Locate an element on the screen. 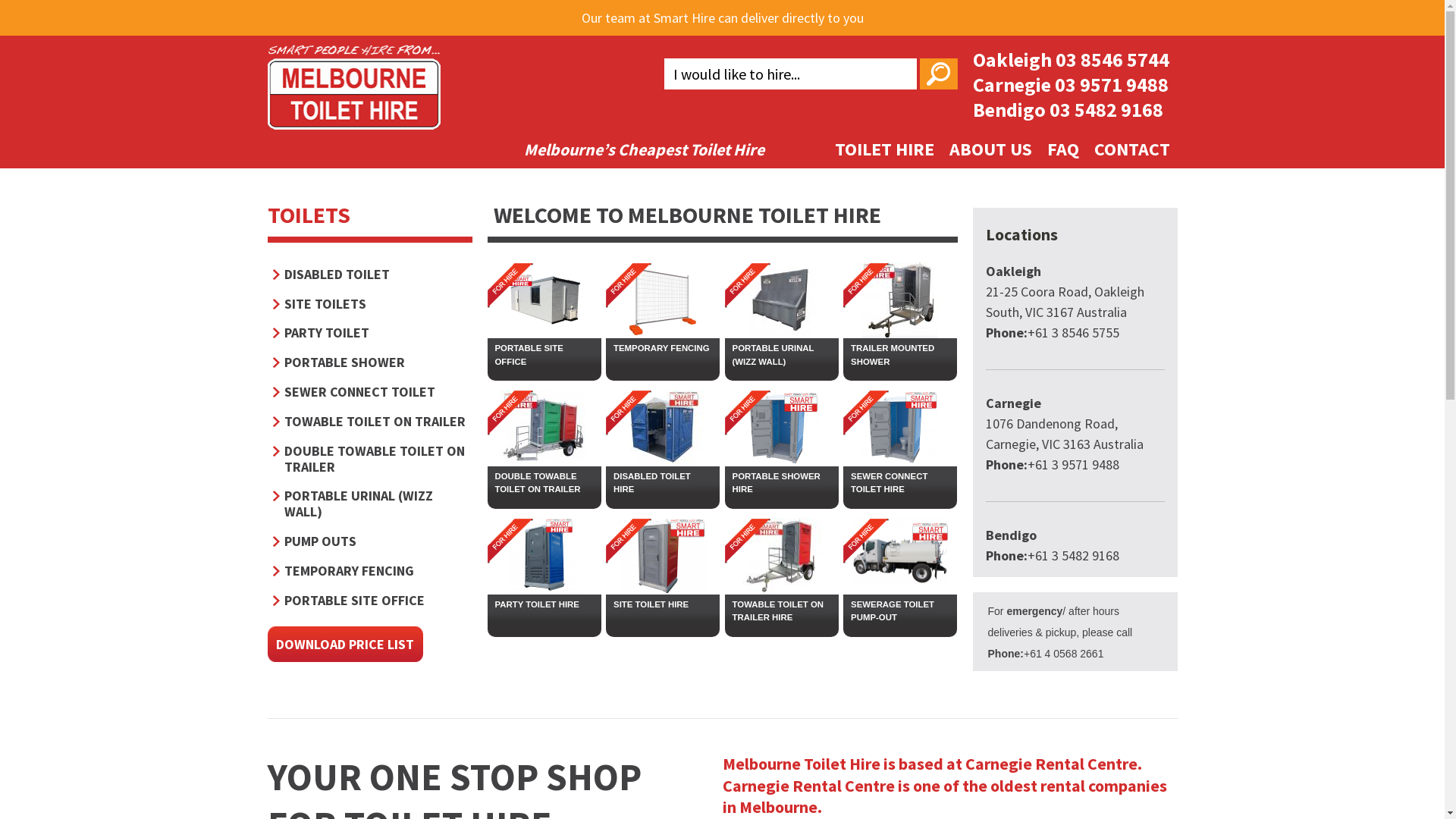 The width and height of the screenshot is (1456, 819). 'Enter the terms you wish to search for.' is located at coordinates (789, 74).